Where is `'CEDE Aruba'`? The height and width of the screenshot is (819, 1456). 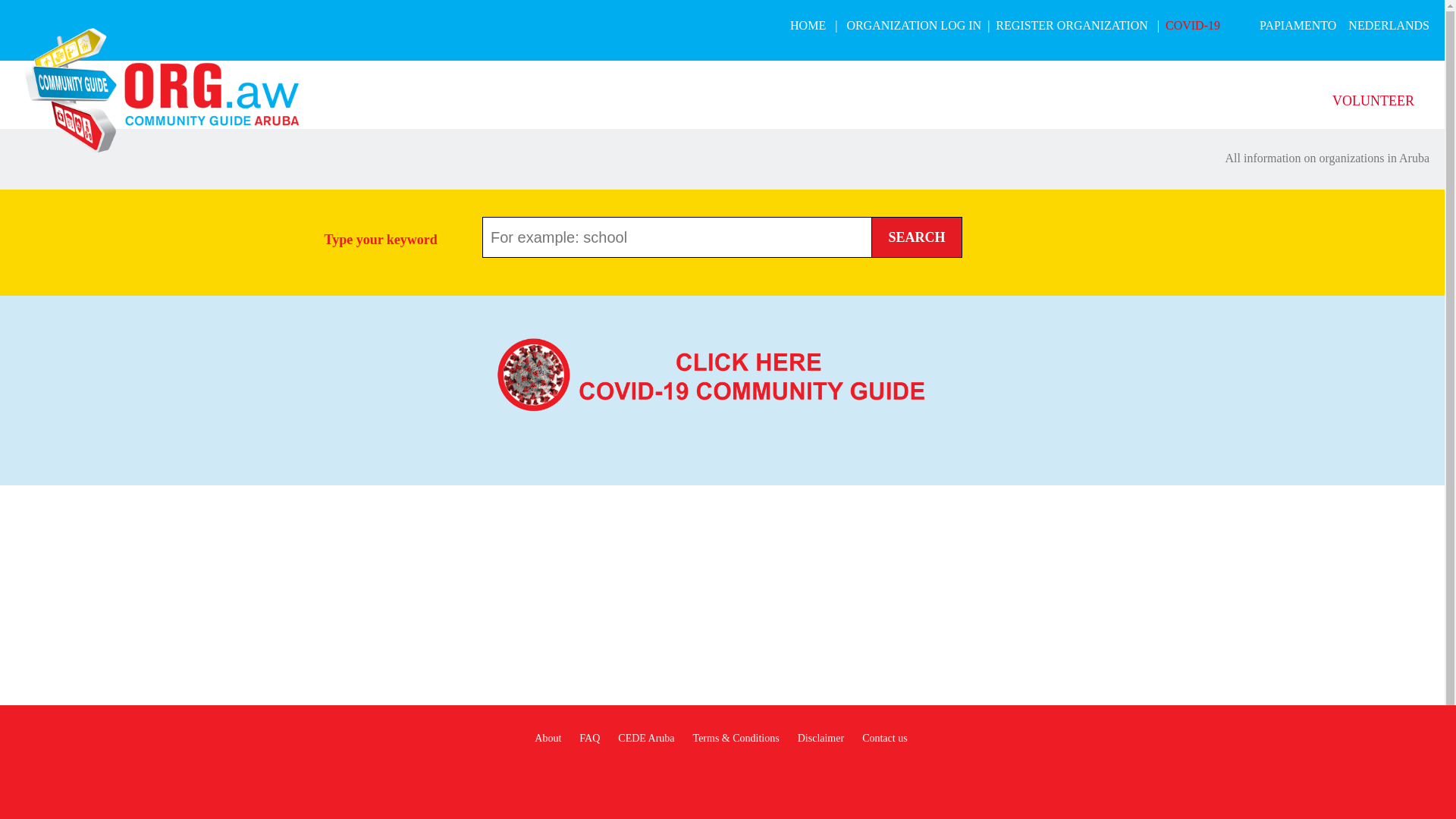
'CEDE Aruba' is located at coordinates (645, 737).